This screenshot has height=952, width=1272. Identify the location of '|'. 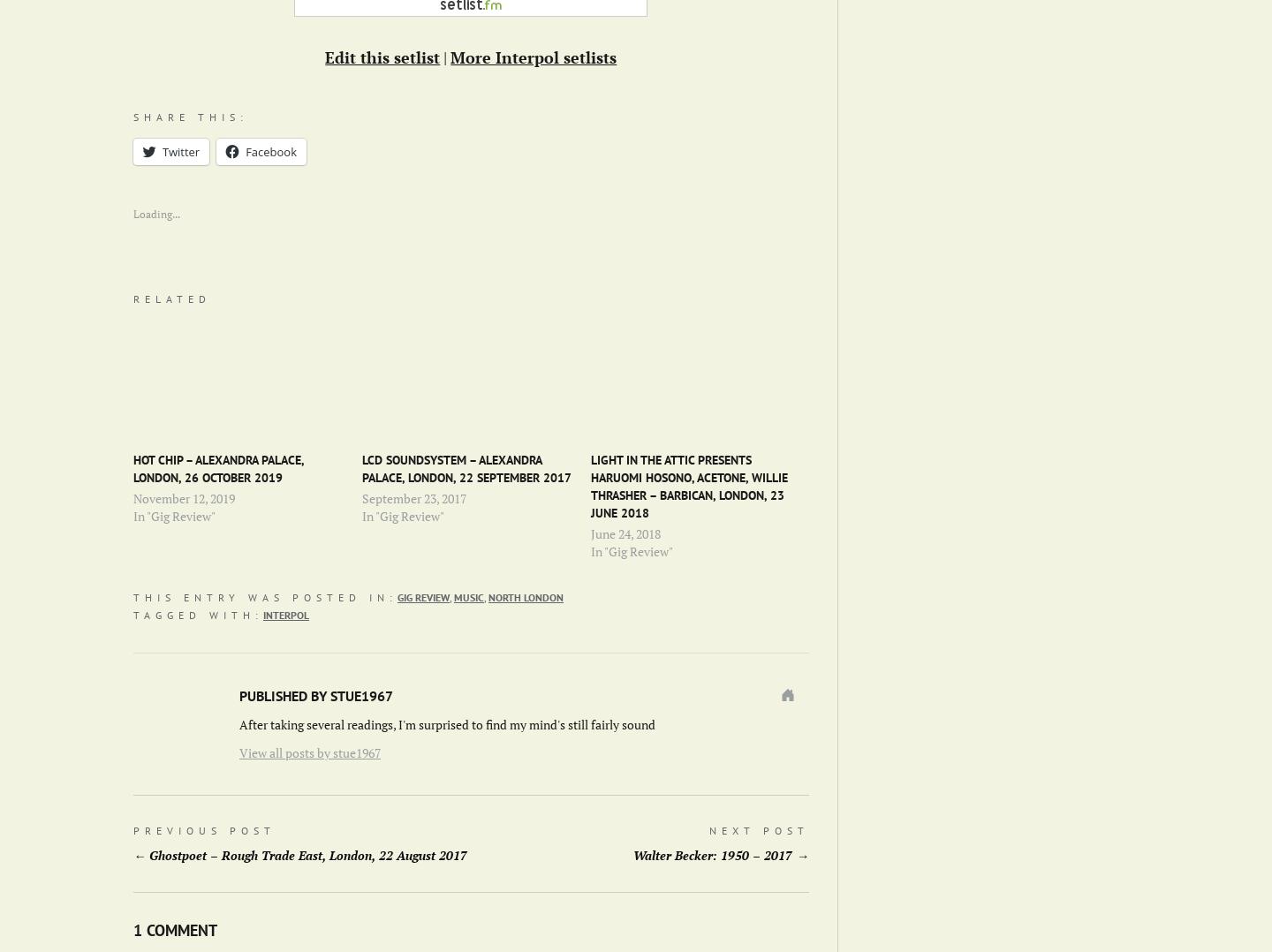
(443, 57).